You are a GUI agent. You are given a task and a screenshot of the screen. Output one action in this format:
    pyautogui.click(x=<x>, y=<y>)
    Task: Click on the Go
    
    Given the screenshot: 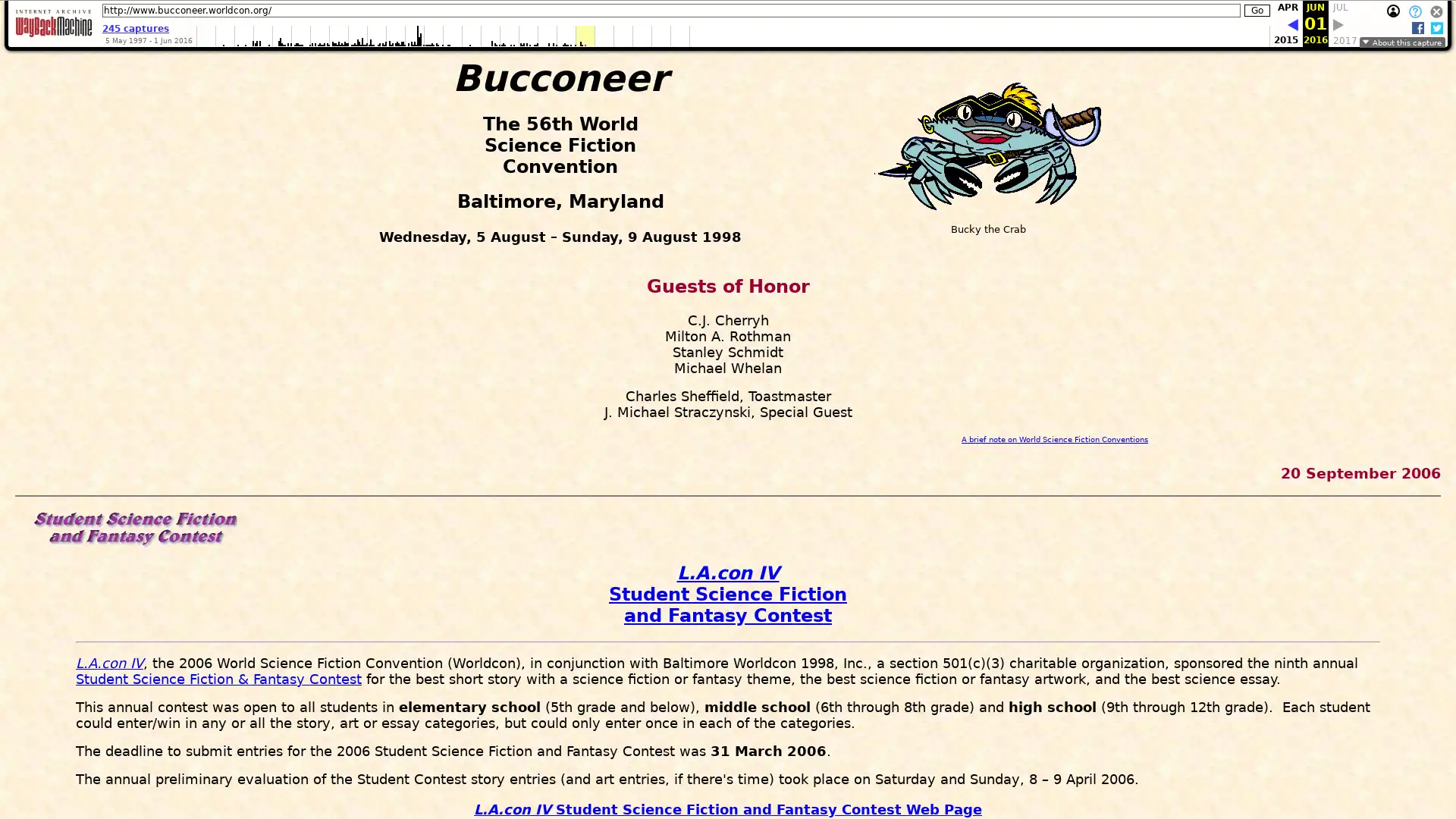 What is the action you would take?
    pyautogui.click(x=1257, y=11)
    